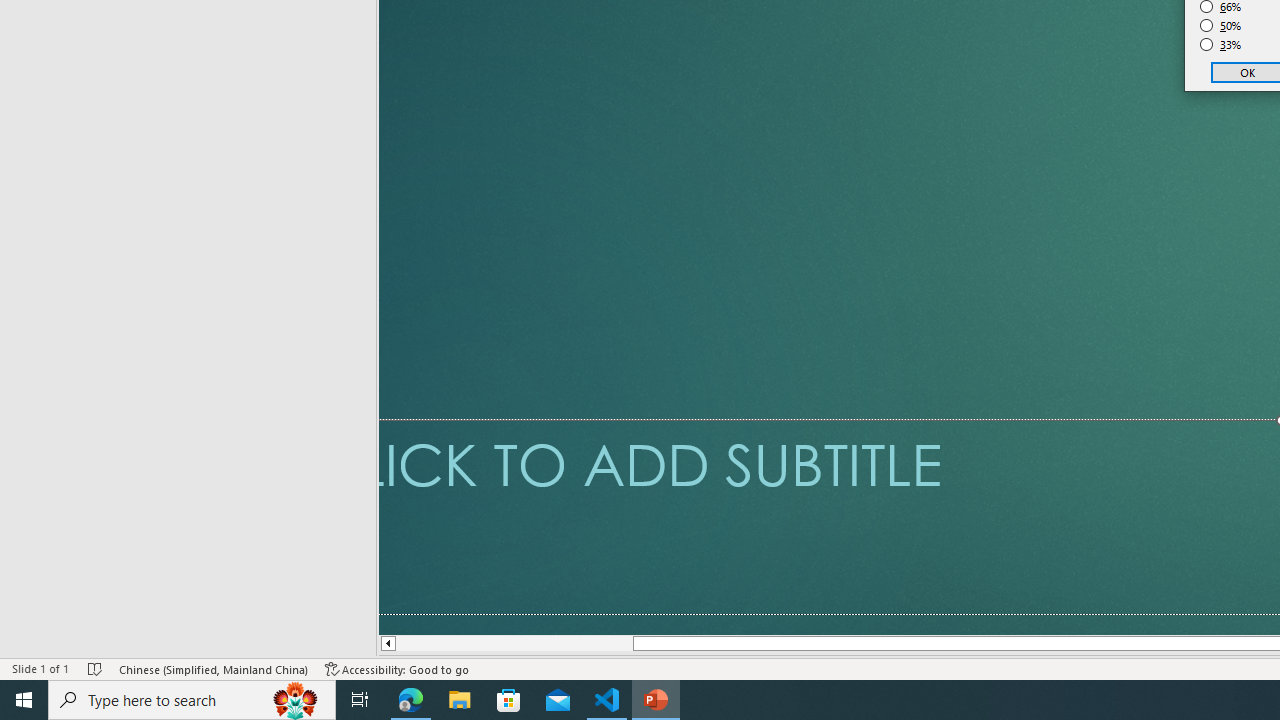  What do you see at coordinates (397, 669) in the screenshot?
I see `'Accessibility Checker Accessibility: Good to go'` at bounding box center [397, 669].